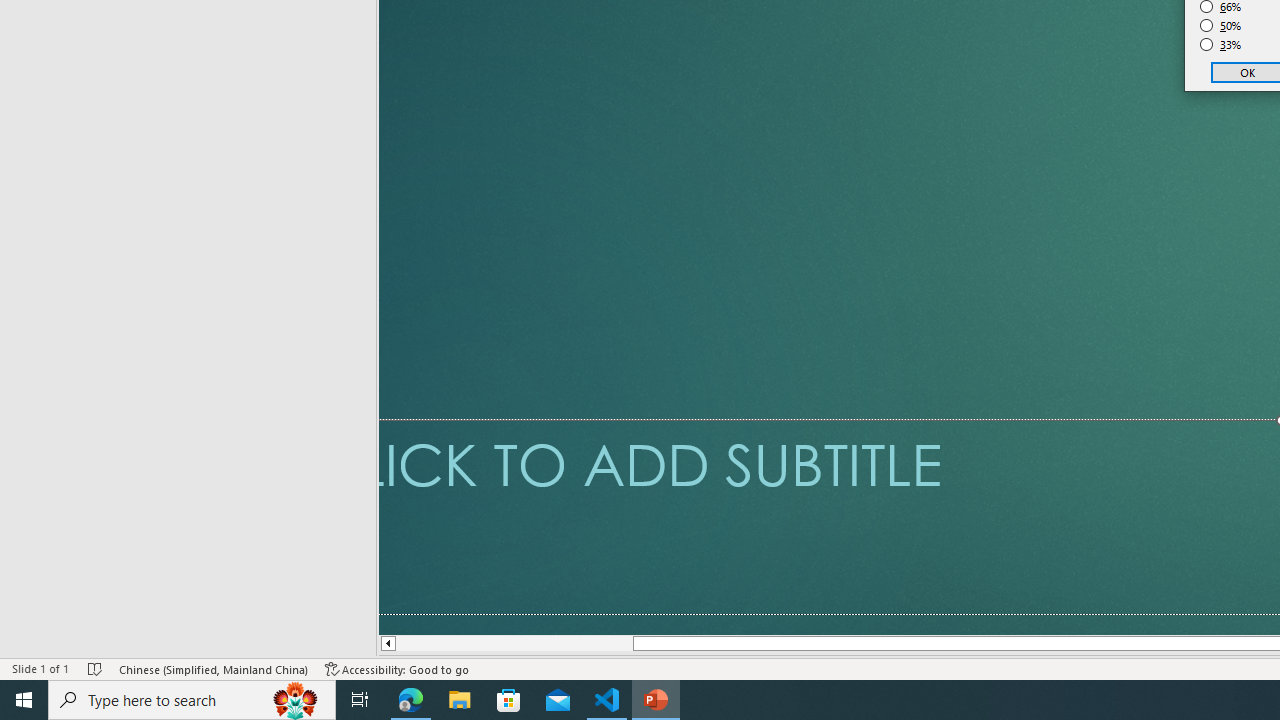  What do you see at coordinates (397, 669) in the screenshot?
I see `'Accessibility Checker Accessibility: Good to go'` at bounding box center [397, 669].